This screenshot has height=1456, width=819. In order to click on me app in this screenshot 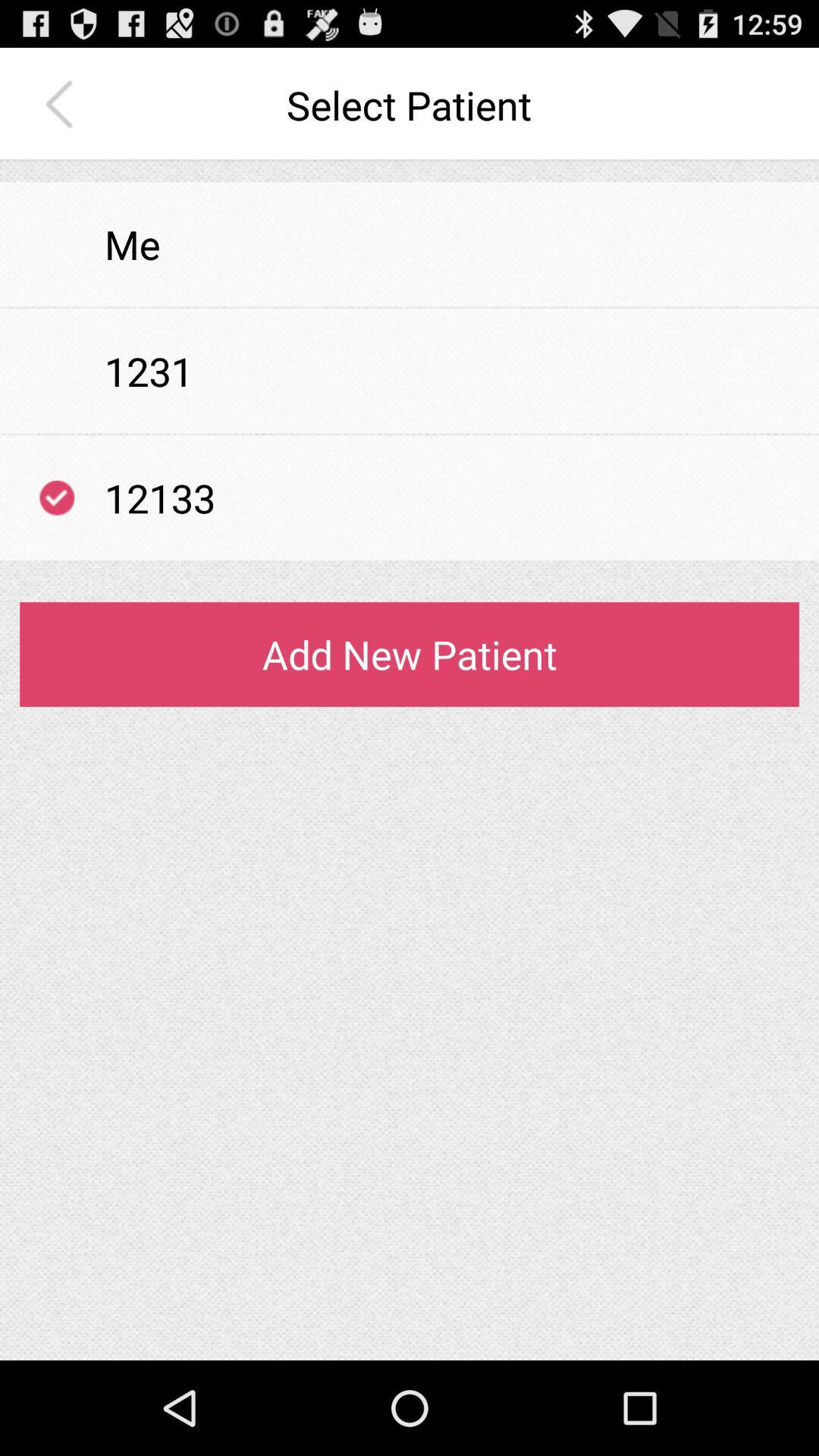, I will do `click(131, 244)`.